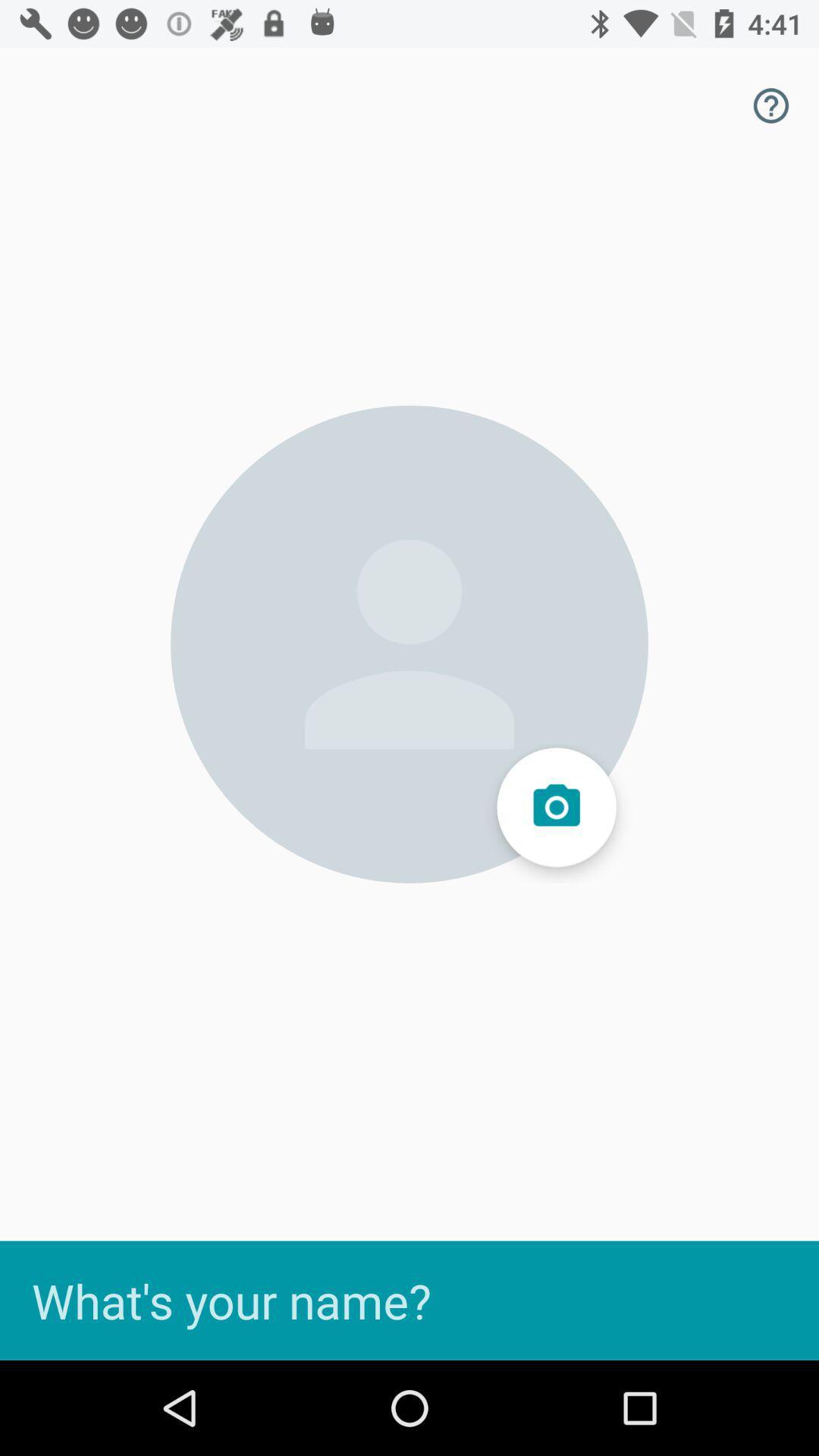 The height and width of the screenshot is (1456, 819). Describe the element at coordinates (771, 105) in the screenshot. I see `the help icon` at that location.